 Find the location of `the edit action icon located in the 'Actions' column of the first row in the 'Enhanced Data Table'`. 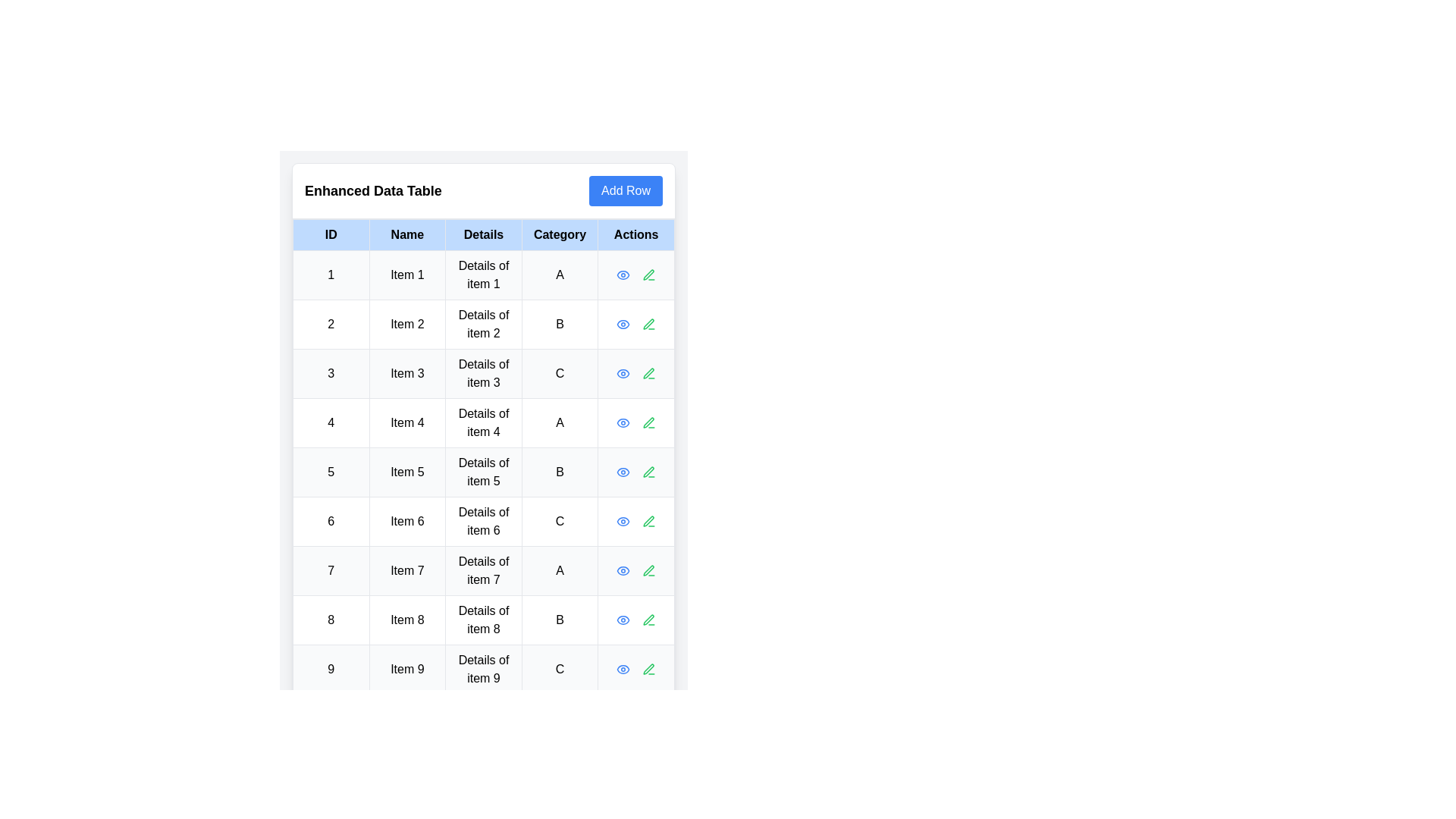

the edit action icon located in the 'Actions' column of the first row in the 'Enhanced Data Table' is located at coordinates (649, 275).